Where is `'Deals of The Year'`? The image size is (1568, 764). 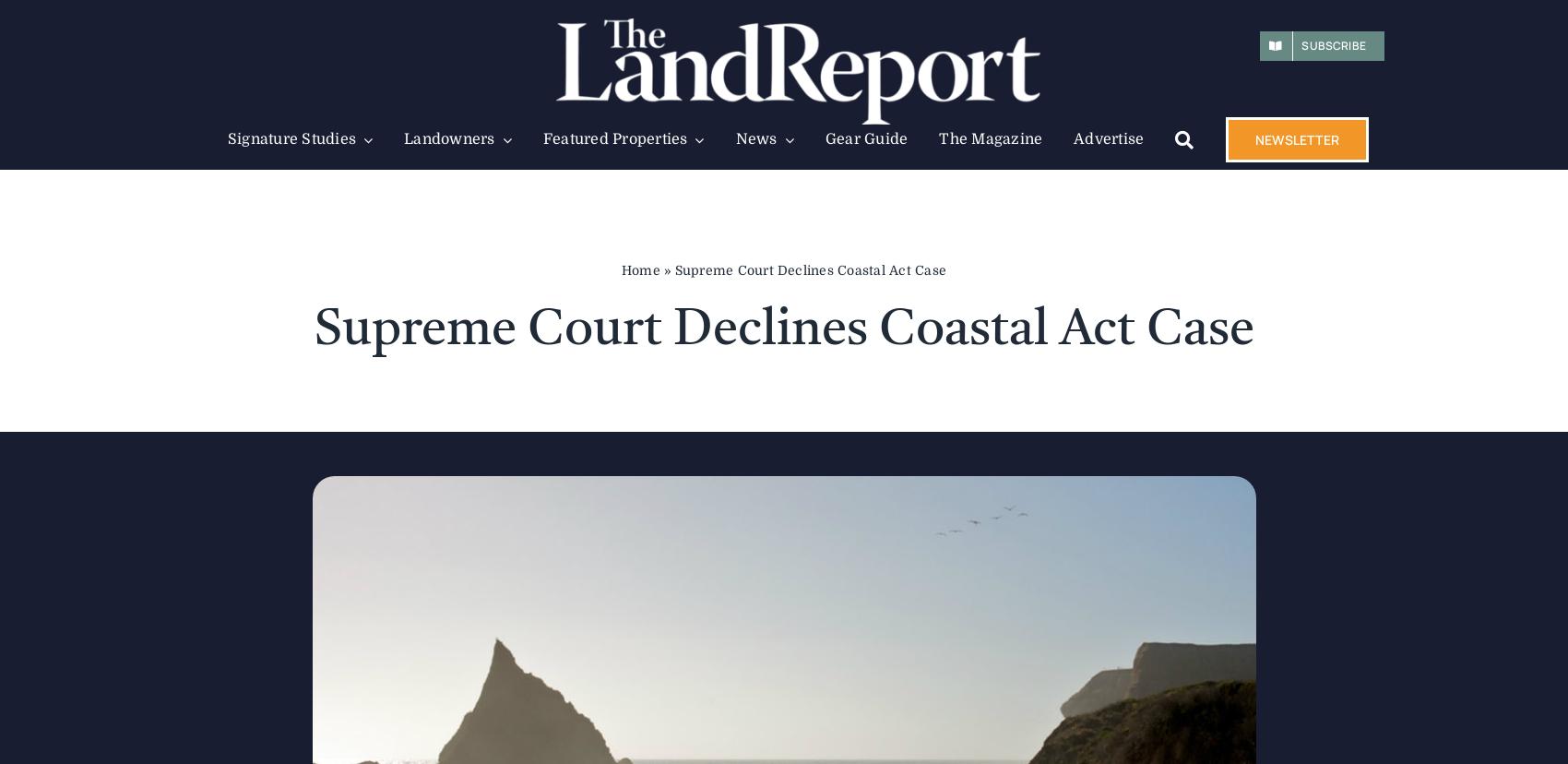
'Deals of The Year' is located at coordinates (597, 385).